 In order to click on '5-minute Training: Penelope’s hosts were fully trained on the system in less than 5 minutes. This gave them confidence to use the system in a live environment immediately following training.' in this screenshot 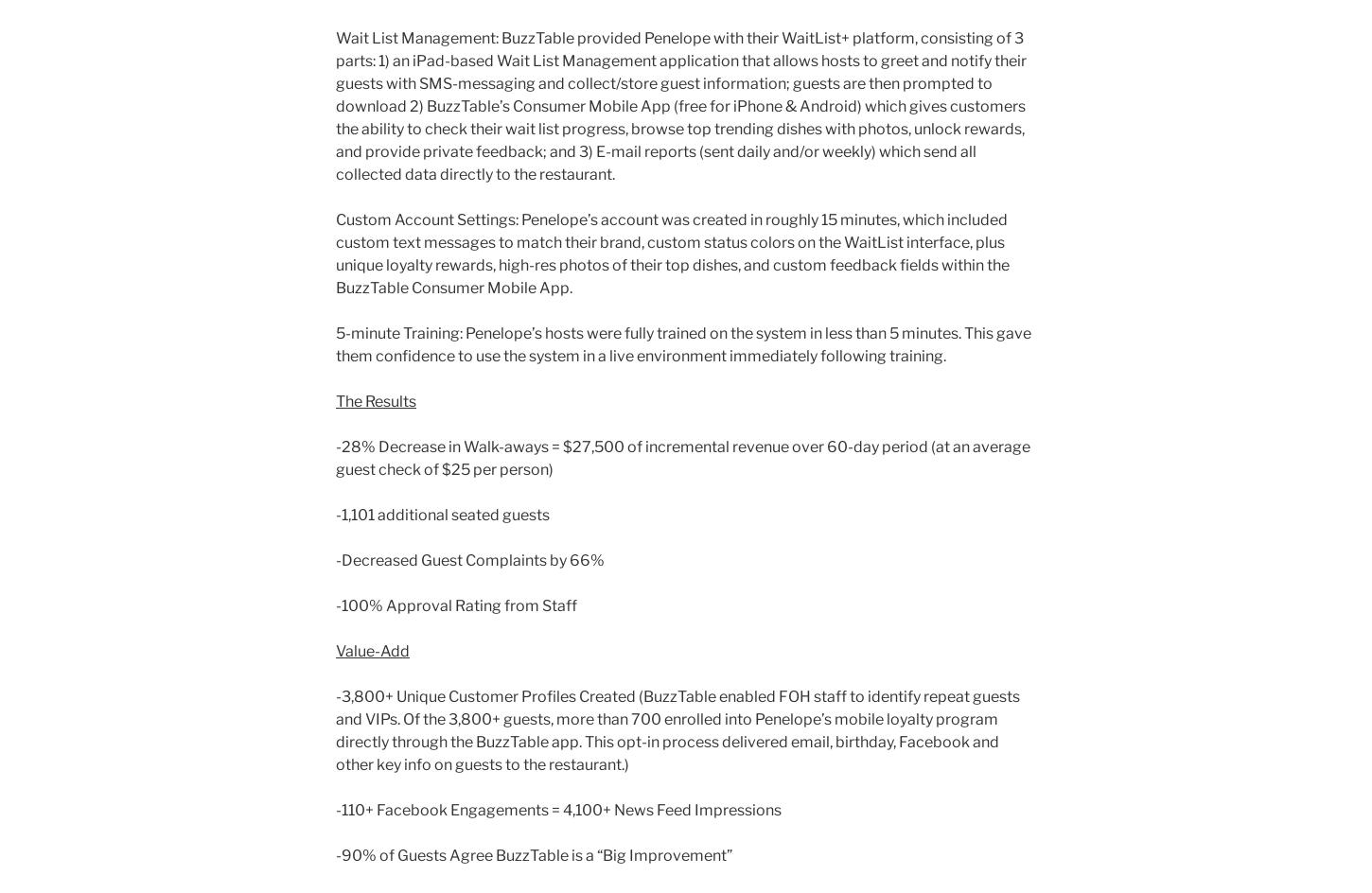, I will do `click(682, 344)`.